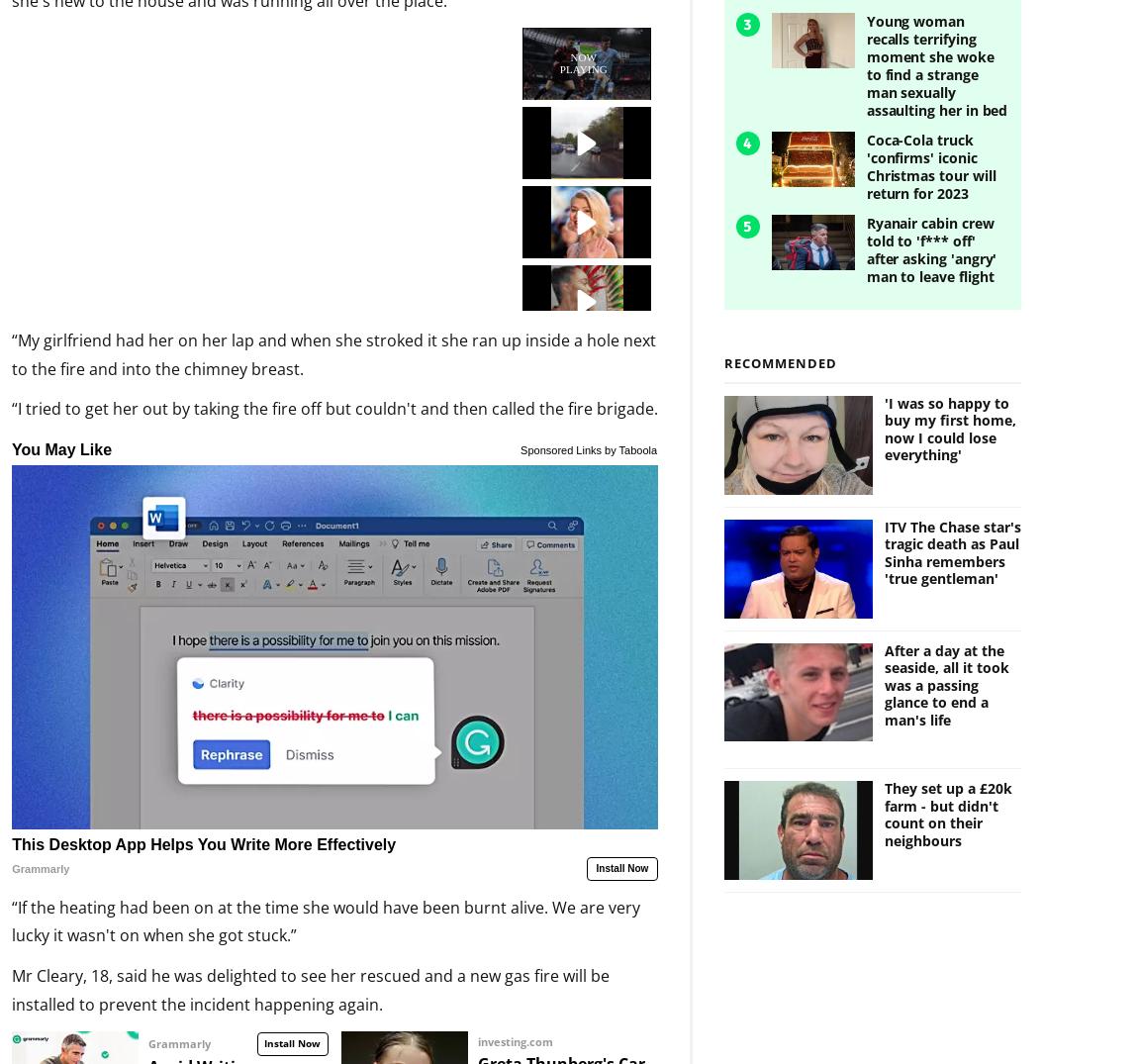 The image size is (1138, 1064). What do you see at coordinates (333, 320) in the screenshot?
I see `'“My girlfriend had her on her lap and when she stroked it she ran up inside a hole next to the fire and into the chimney breast.'` at bounding box center [333, 320].